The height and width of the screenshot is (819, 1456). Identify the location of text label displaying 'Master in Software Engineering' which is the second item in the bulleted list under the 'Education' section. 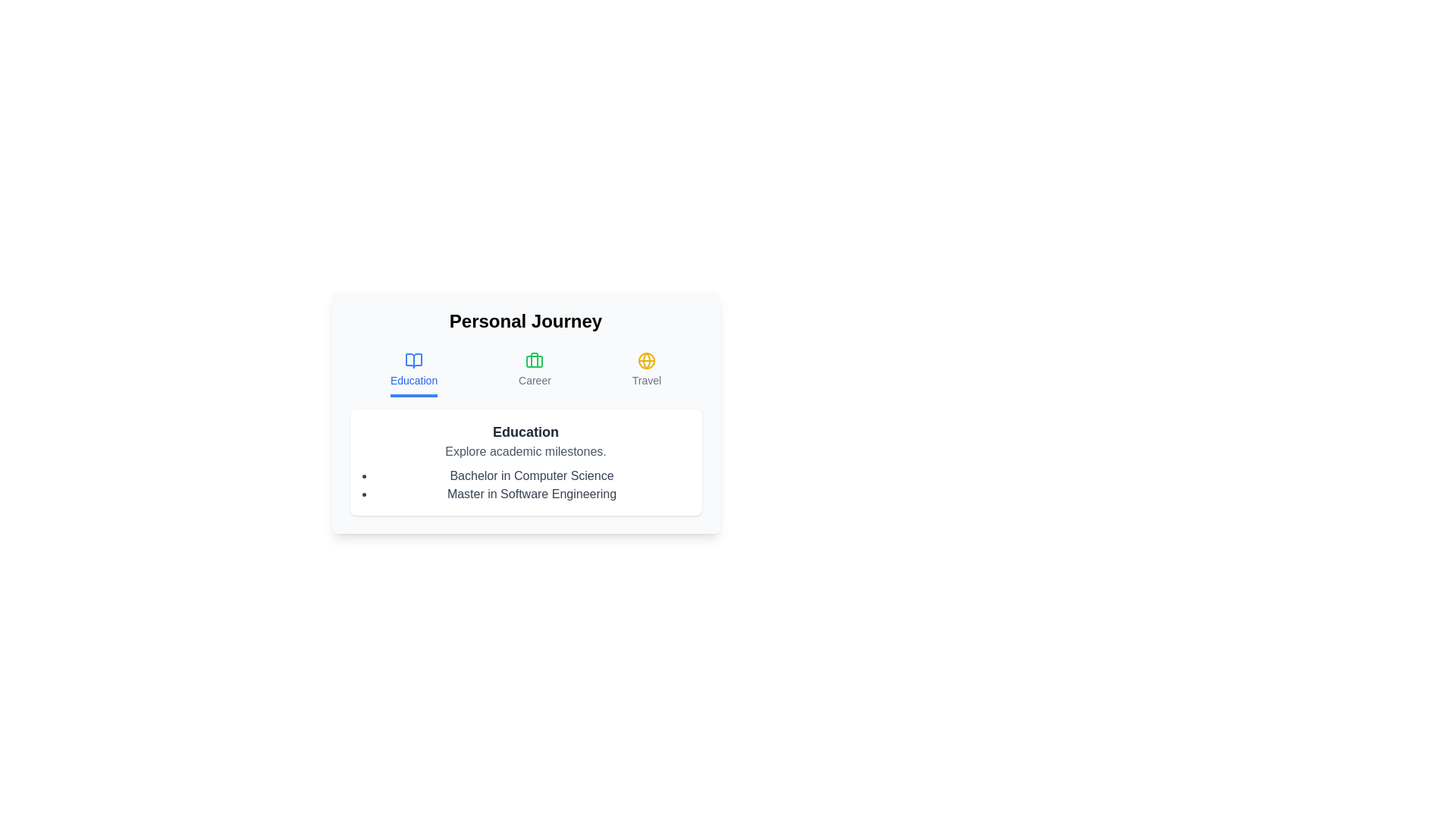
(532, 494).